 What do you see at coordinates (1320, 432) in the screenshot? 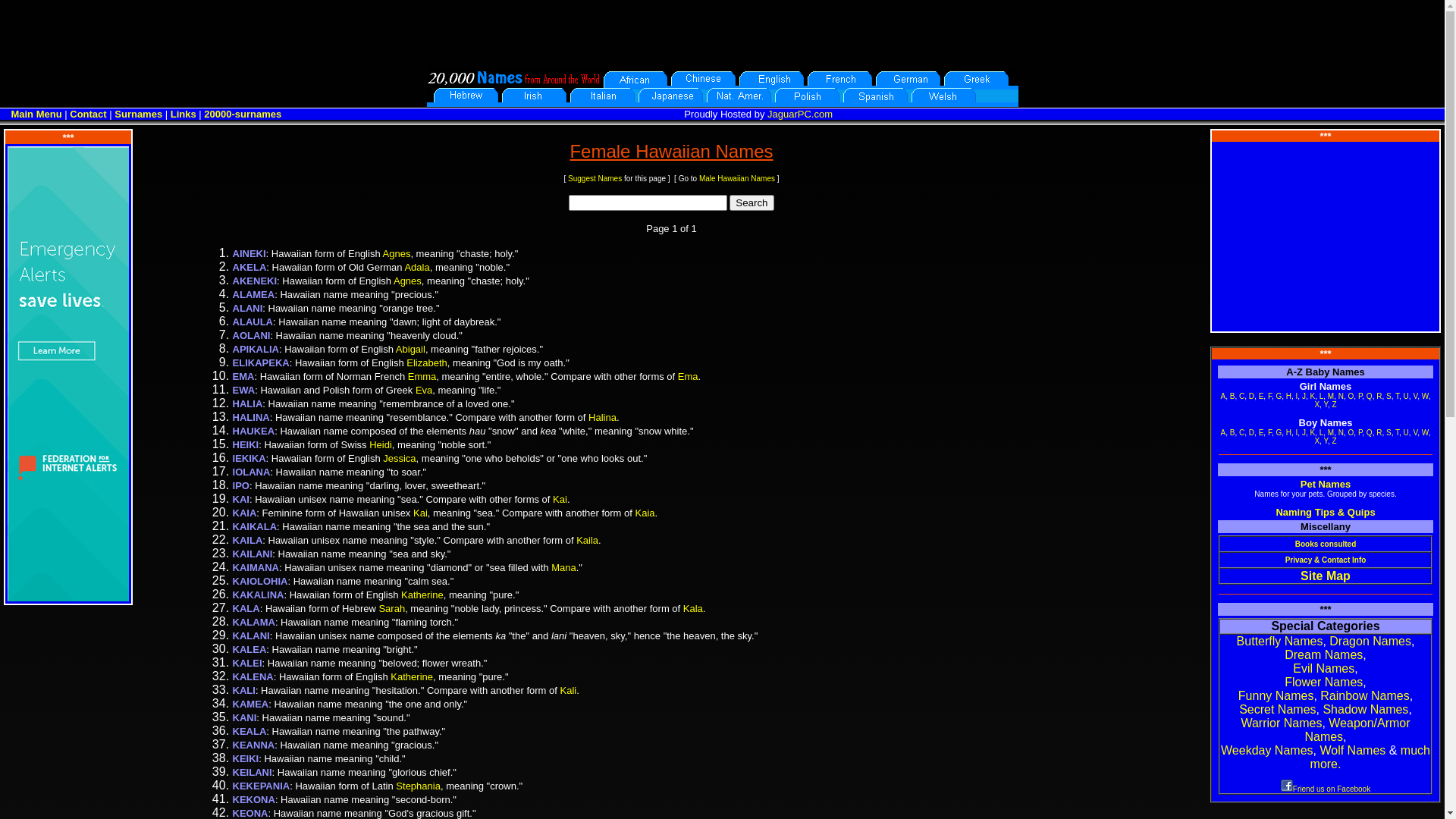
I see `'L'` at bounding box center [1320, 432].